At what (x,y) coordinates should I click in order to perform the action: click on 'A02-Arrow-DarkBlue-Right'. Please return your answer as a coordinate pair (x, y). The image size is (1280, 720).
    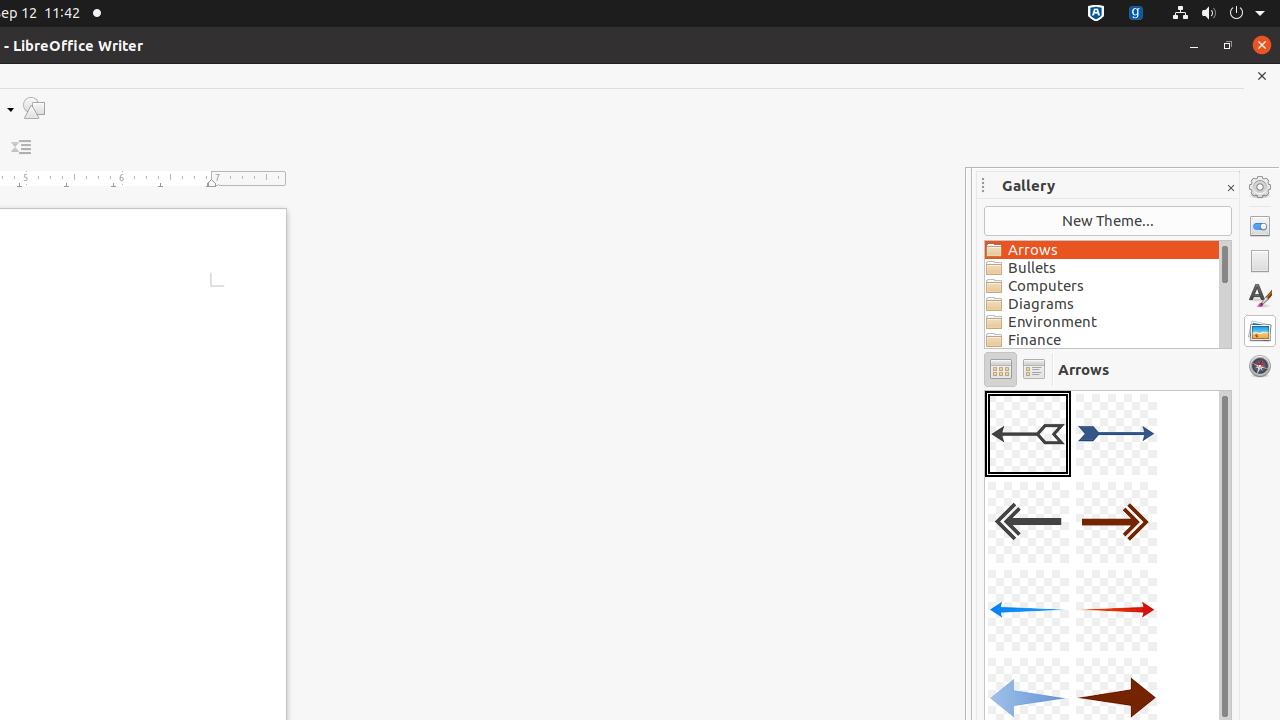
    Looking at the image, I should click on (1115, 433).